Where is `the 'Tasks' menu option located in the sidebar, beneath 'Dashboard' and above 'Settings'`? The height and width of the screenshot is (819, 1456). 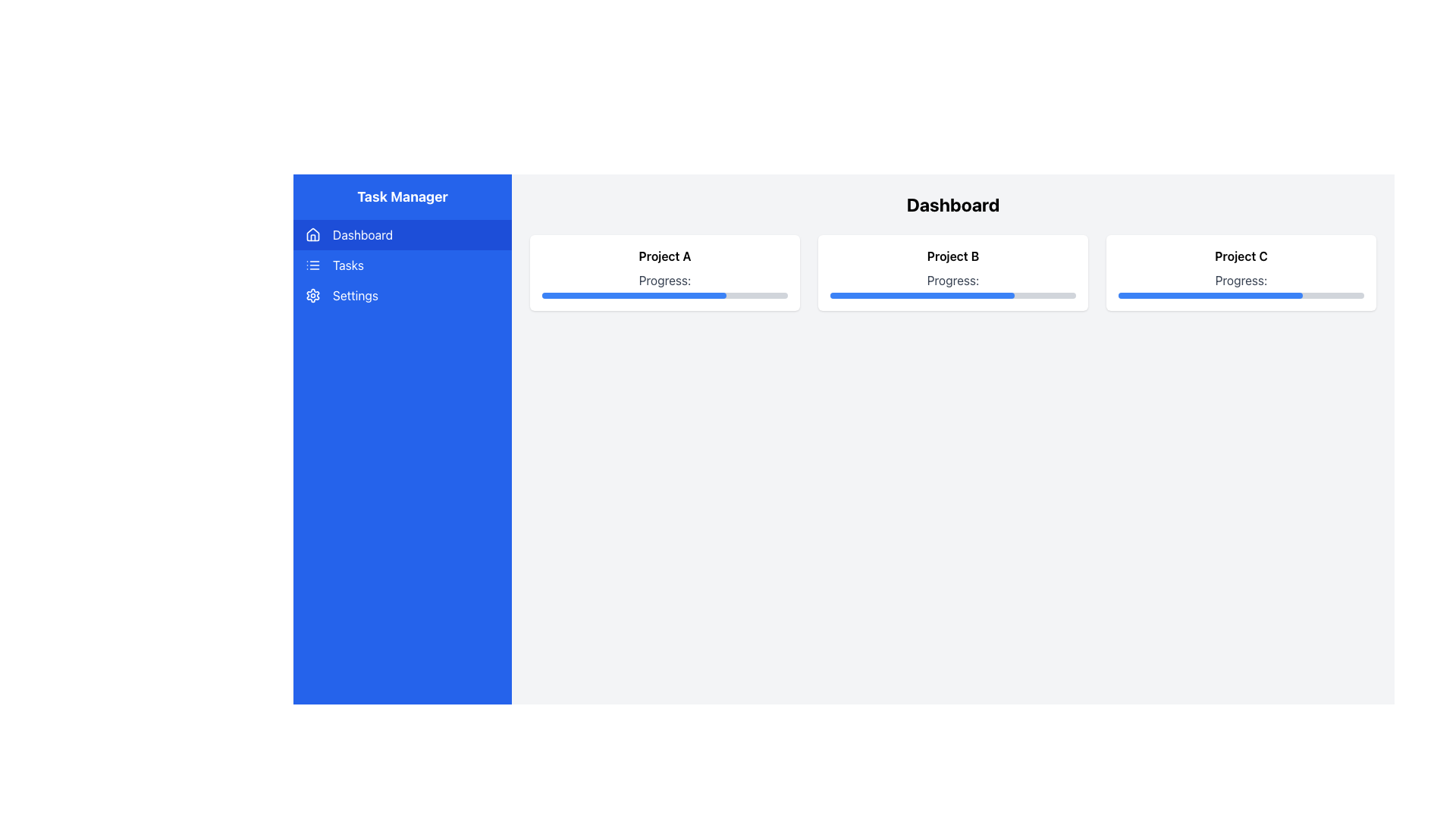
the 'Tasks' menu option located in the sidebar, beneath 'Dashboard' and above 'Settings' is located at coordinates (347, 265).